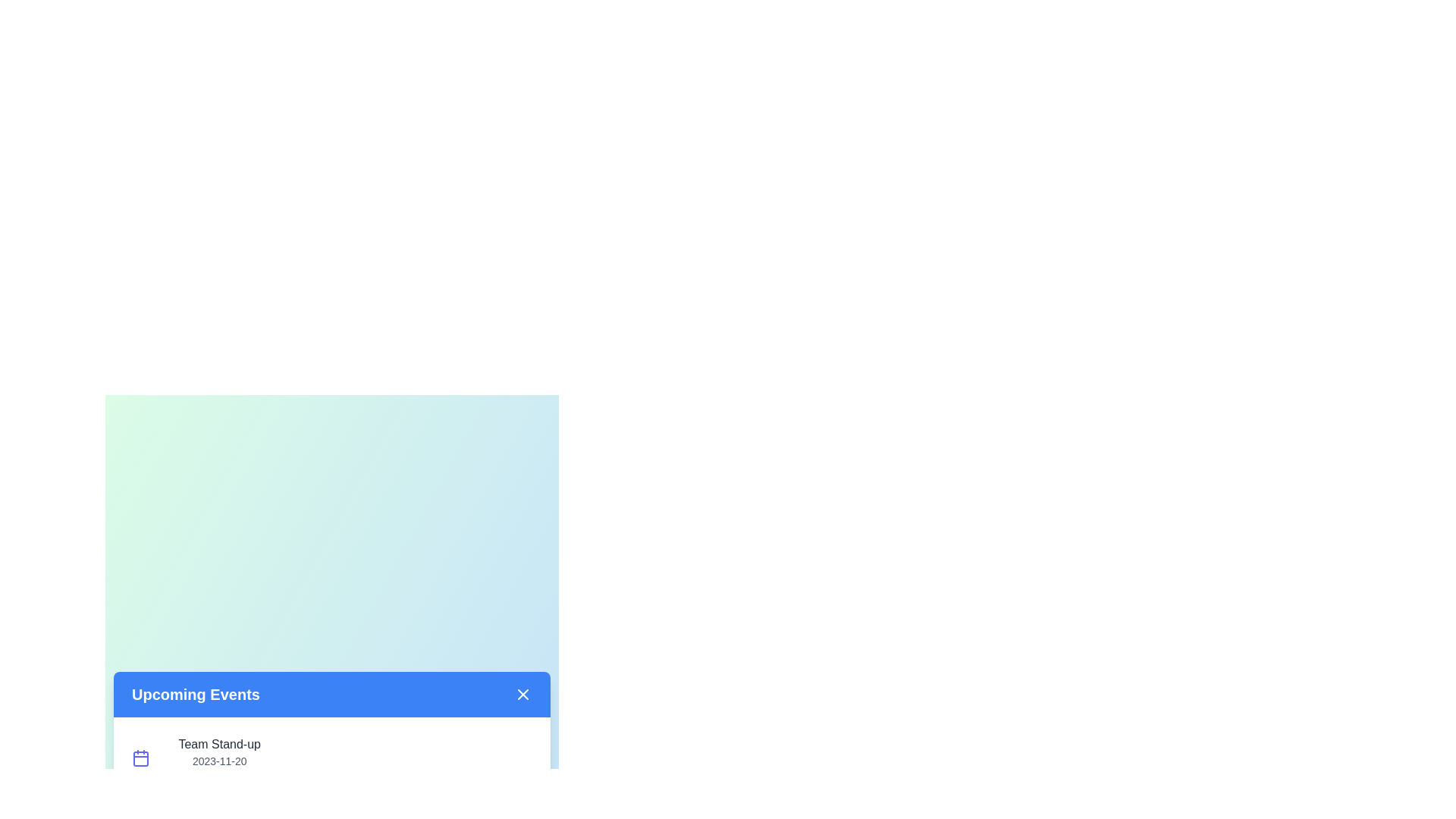 Image resolution: width=1456 pixels, height=819 pixels. I want to click on the event title 'Team Stand-up' to interact with it, so click(218, 744).